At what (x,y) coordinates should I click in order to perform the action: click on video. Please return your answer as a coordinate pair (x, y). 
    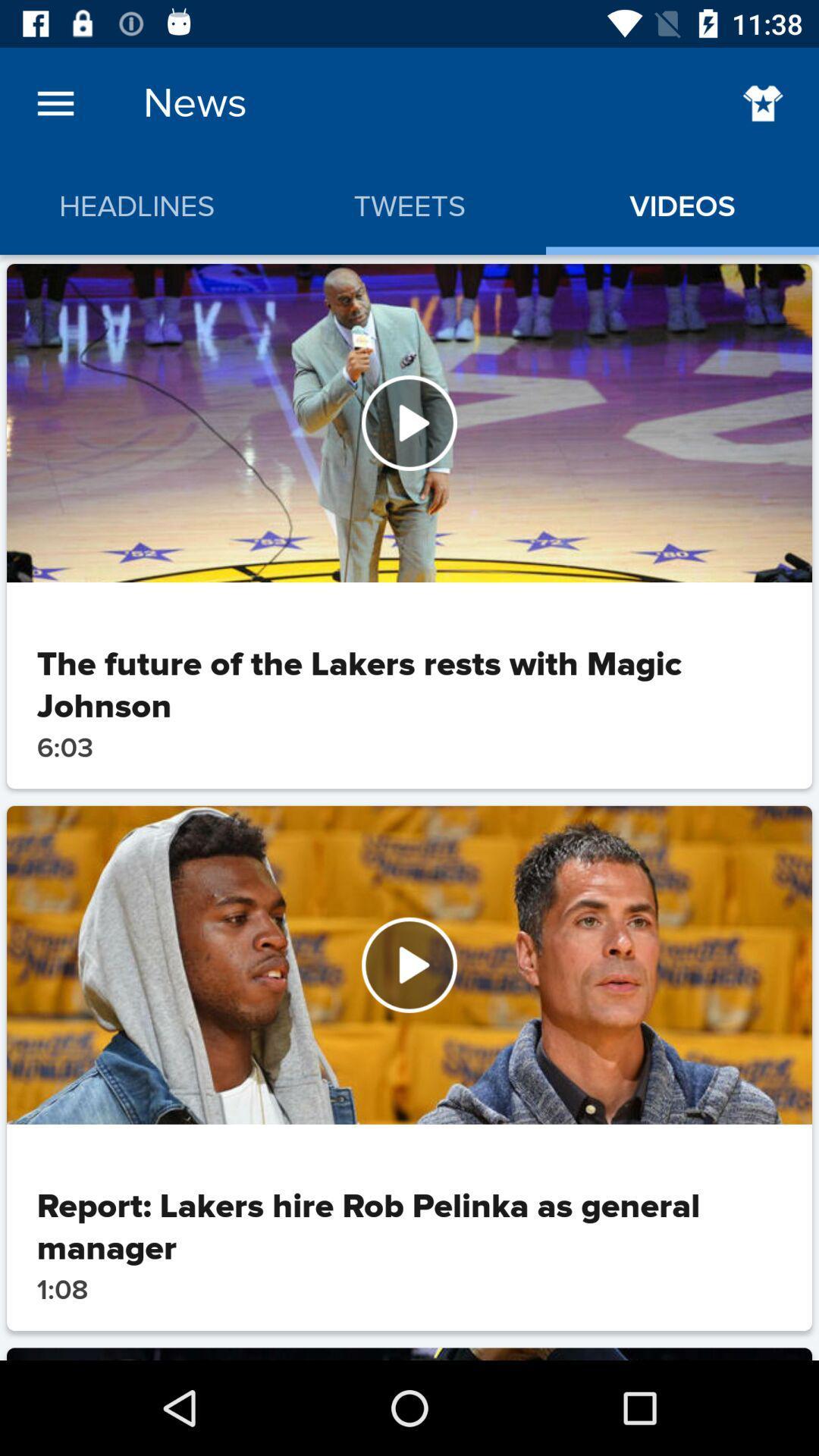
    Looking at the image, I should click on (409, 422).